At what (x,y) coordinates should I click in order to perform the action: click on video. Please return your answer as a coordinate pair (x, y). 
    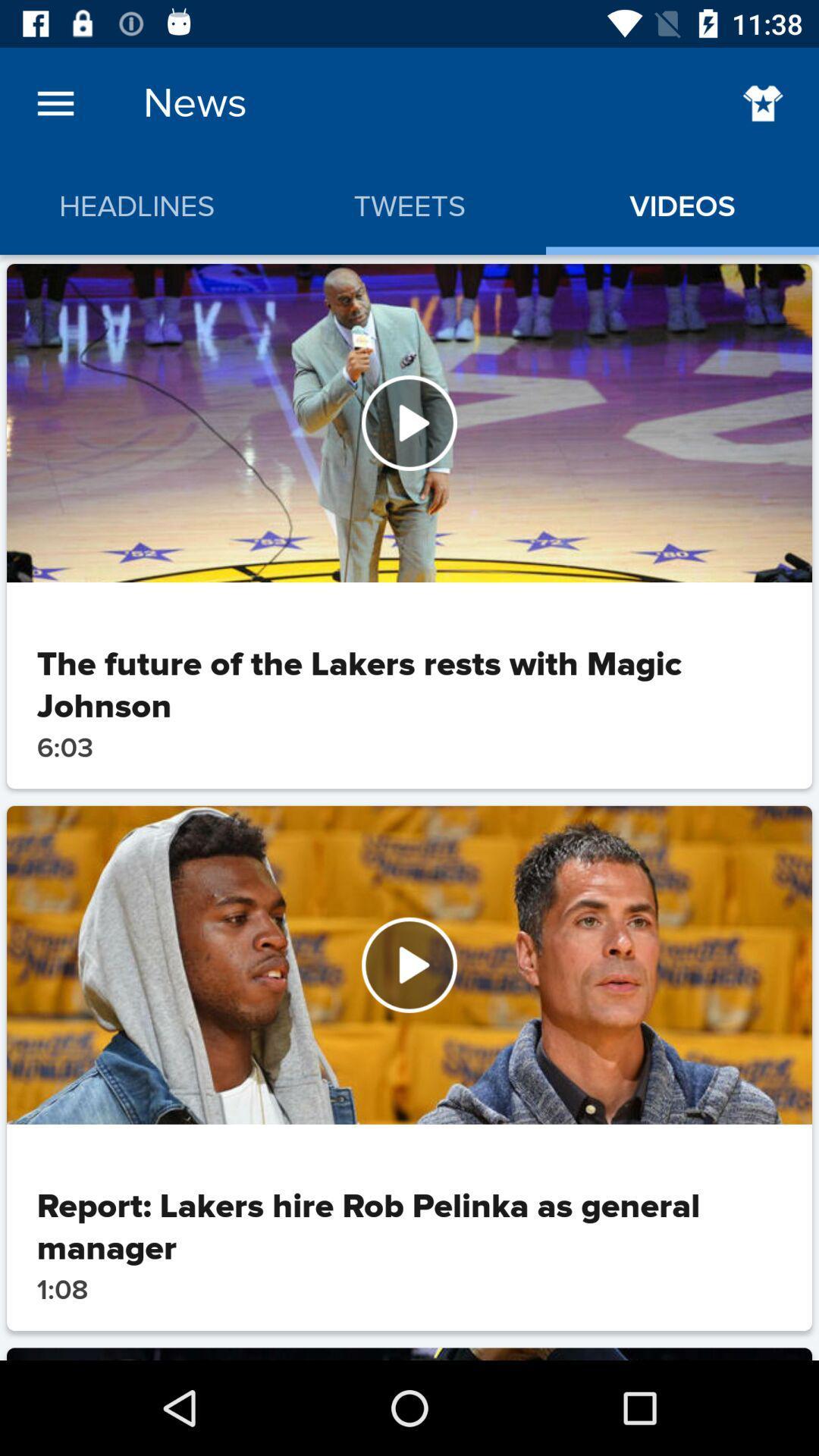
    Looking at the image, I should click on (409, 422).